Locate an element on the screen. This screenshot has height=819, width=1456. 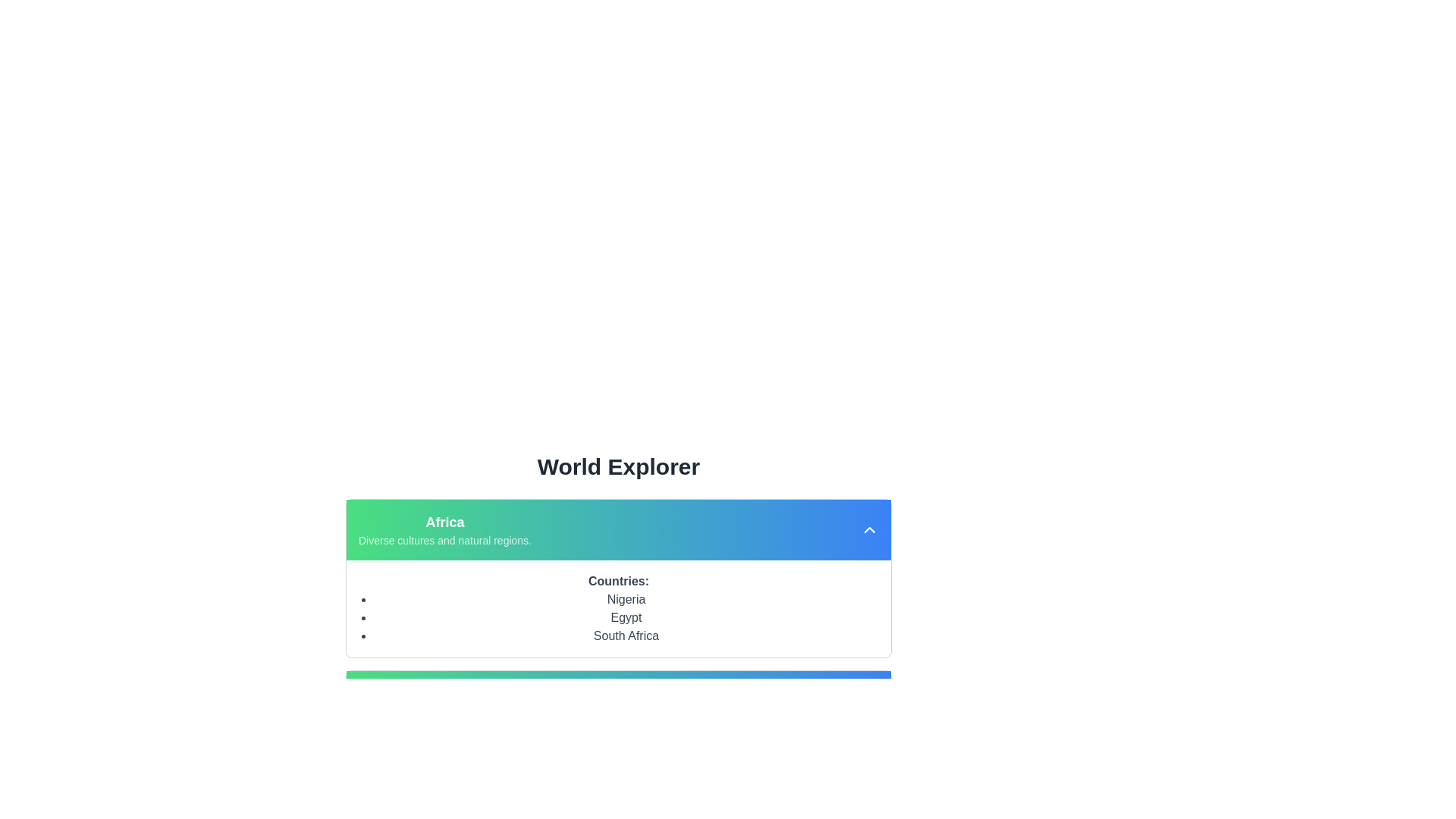
the Chevron-Up icon button is located at coordinates (870, 529).